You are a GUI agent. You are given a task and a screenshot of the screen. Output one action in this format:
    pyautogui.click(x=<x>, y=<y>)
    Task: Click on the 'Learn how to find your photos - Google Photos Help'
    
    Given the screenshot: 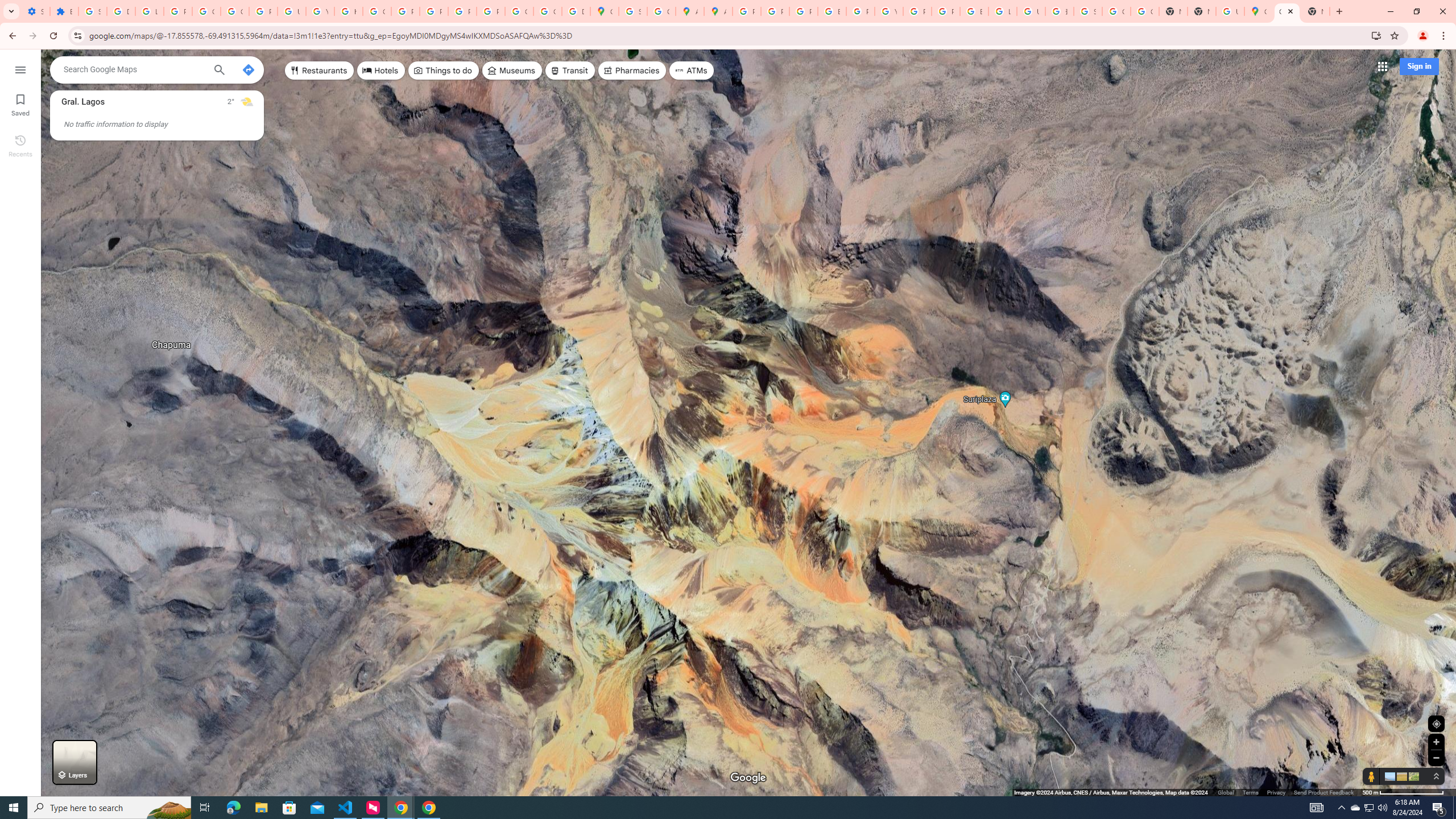 What is the action you would take?
    pyautogui.click(x=148, y=11)
    